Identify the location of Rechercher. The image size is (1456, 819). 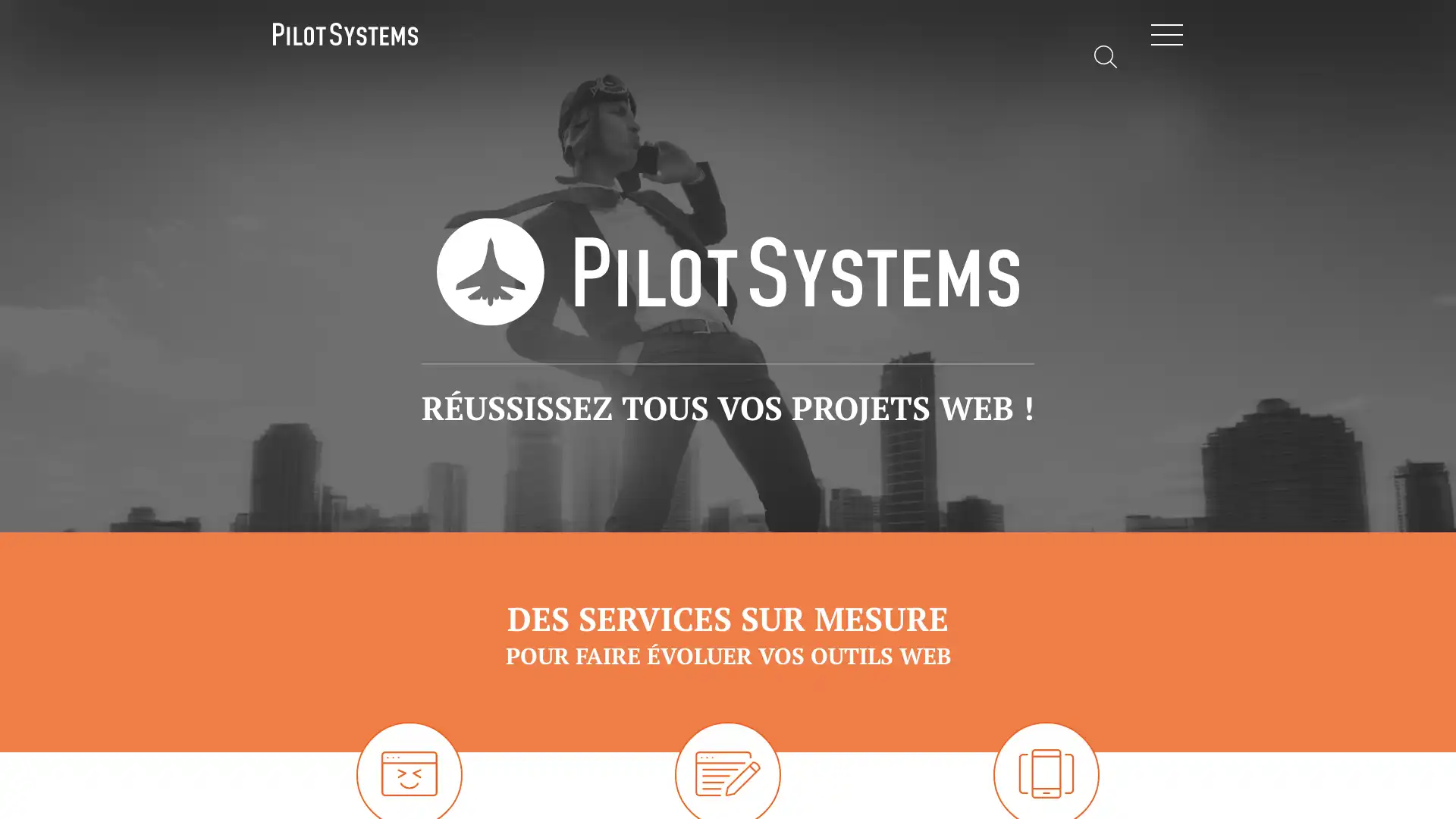
(1106, 34).